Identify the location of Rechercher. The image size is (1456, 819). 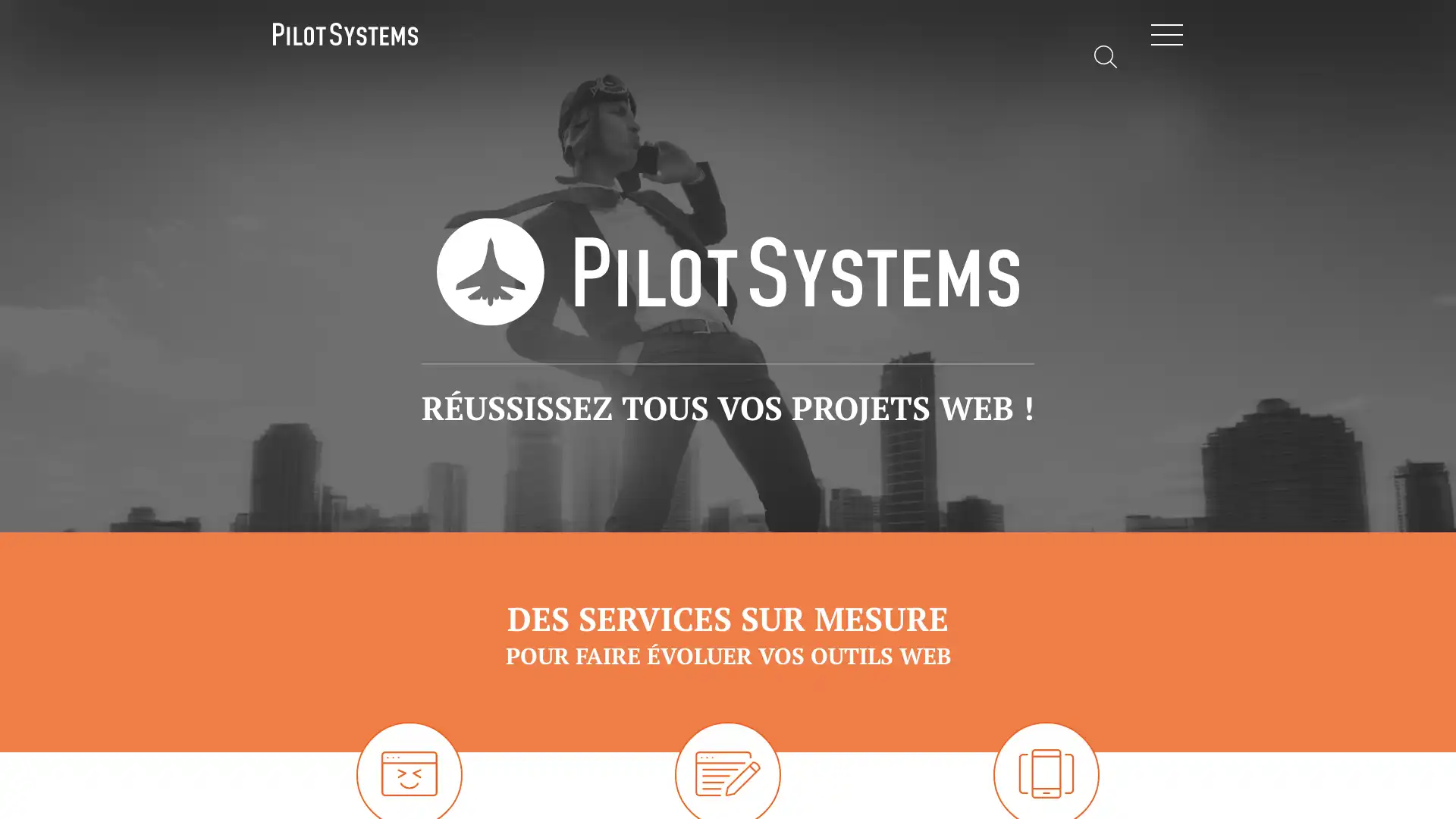
(1106, 34).